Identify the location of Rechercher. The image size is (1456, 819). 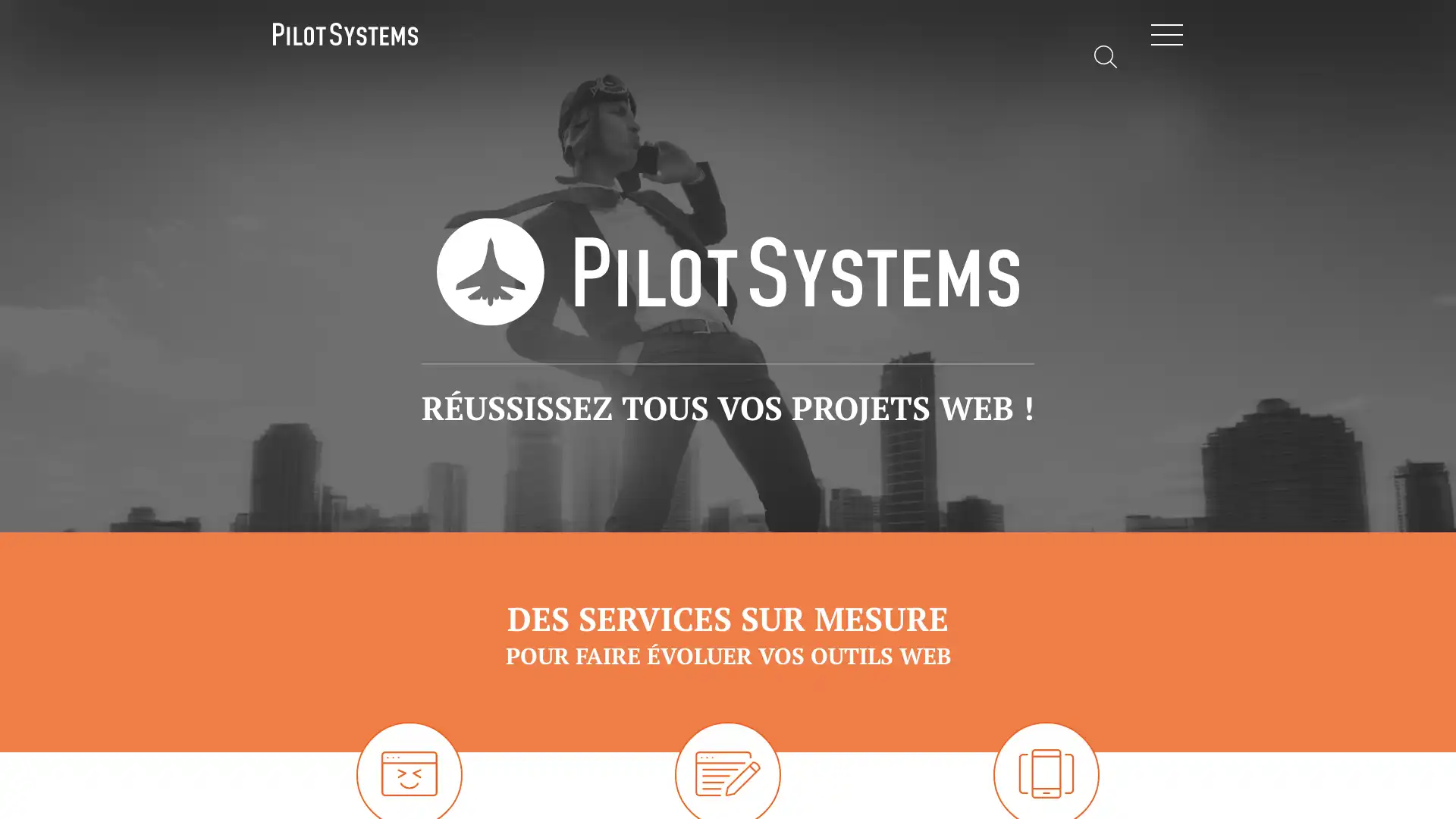
(1106, 34).